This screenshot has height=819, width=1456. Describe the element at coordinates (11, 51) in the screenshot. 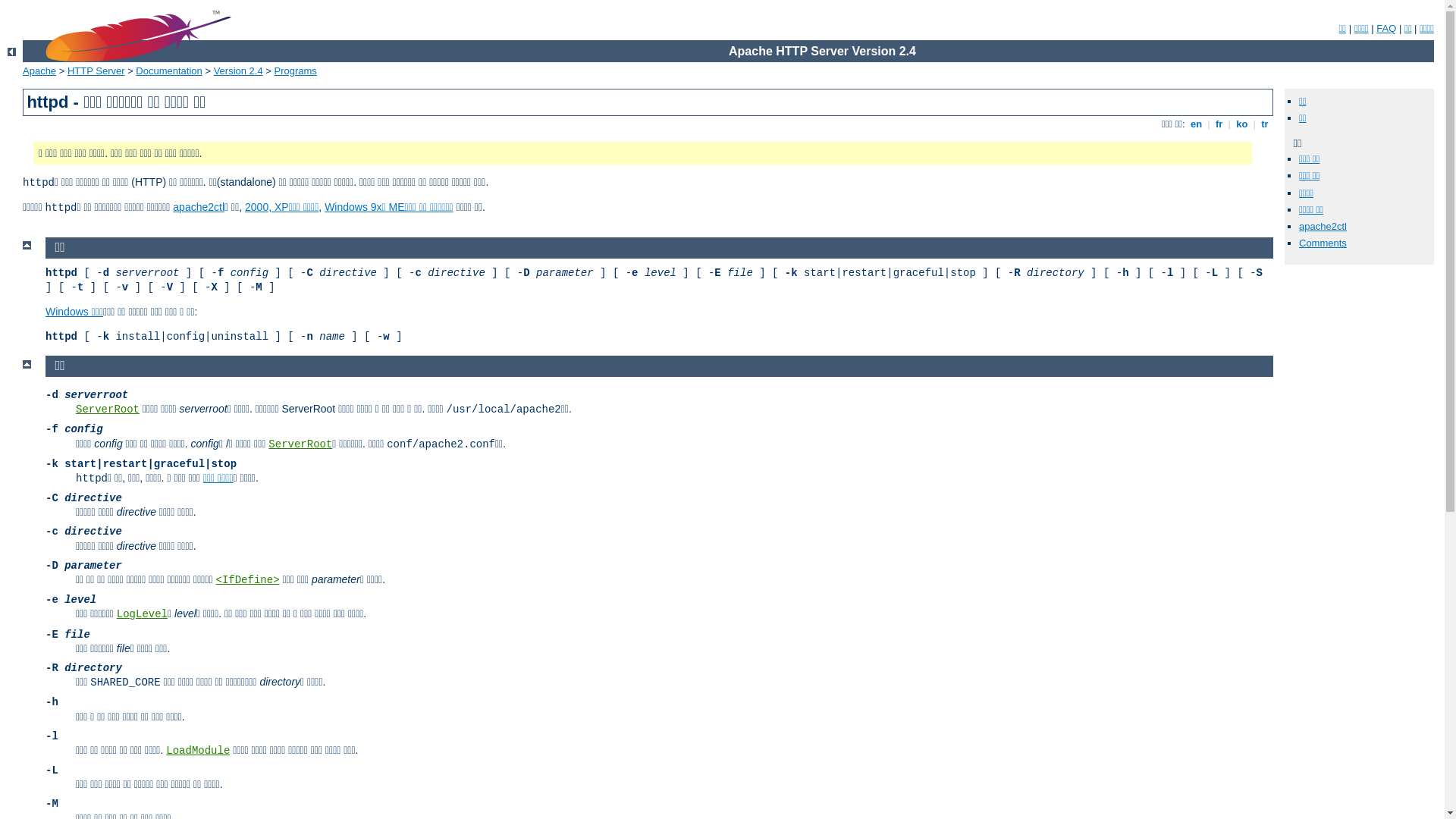

I see `'<-'` at that location.